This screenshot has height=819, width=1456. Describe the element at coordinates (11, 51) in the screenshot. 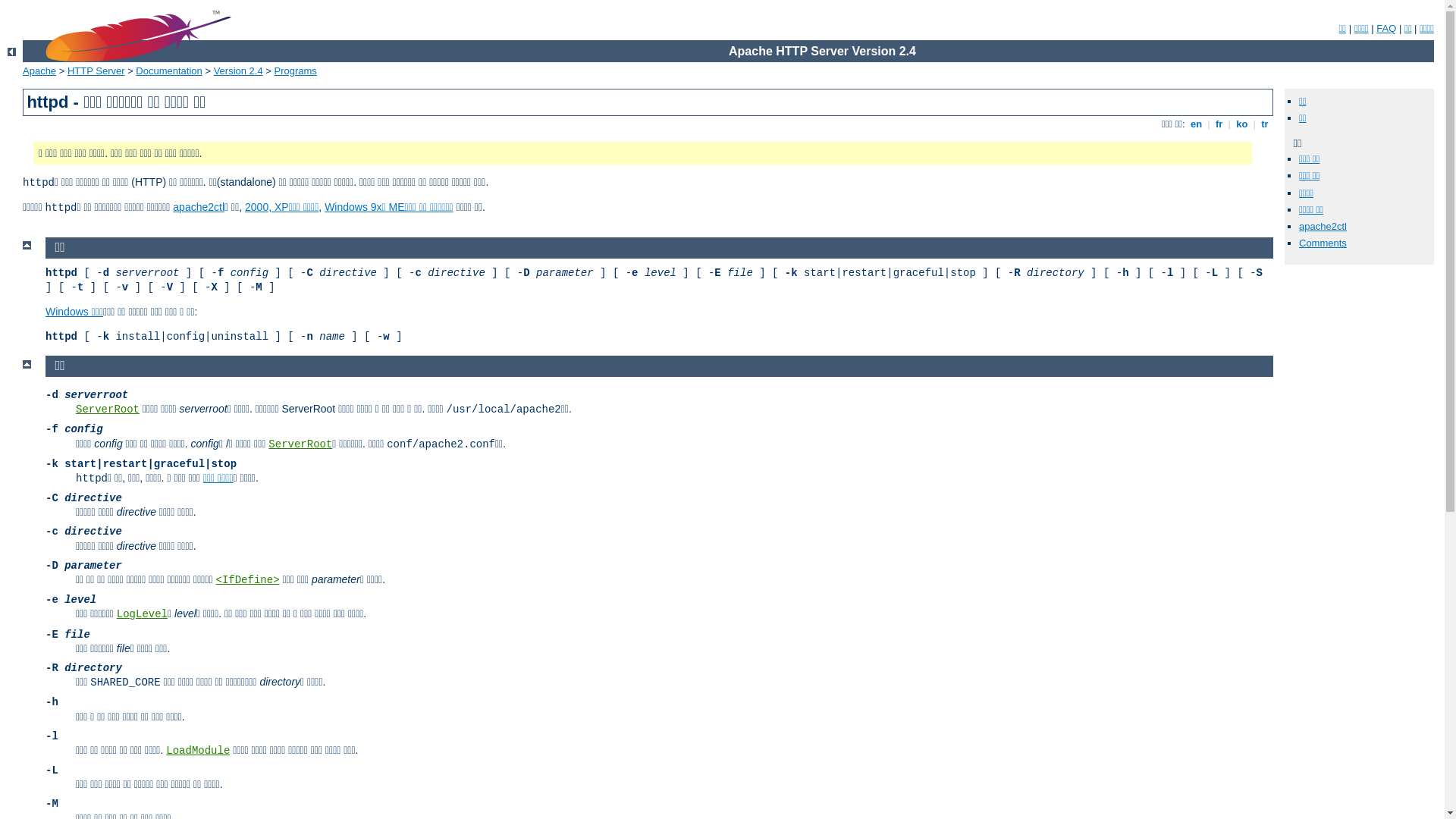

I see `'<-'` at that location.